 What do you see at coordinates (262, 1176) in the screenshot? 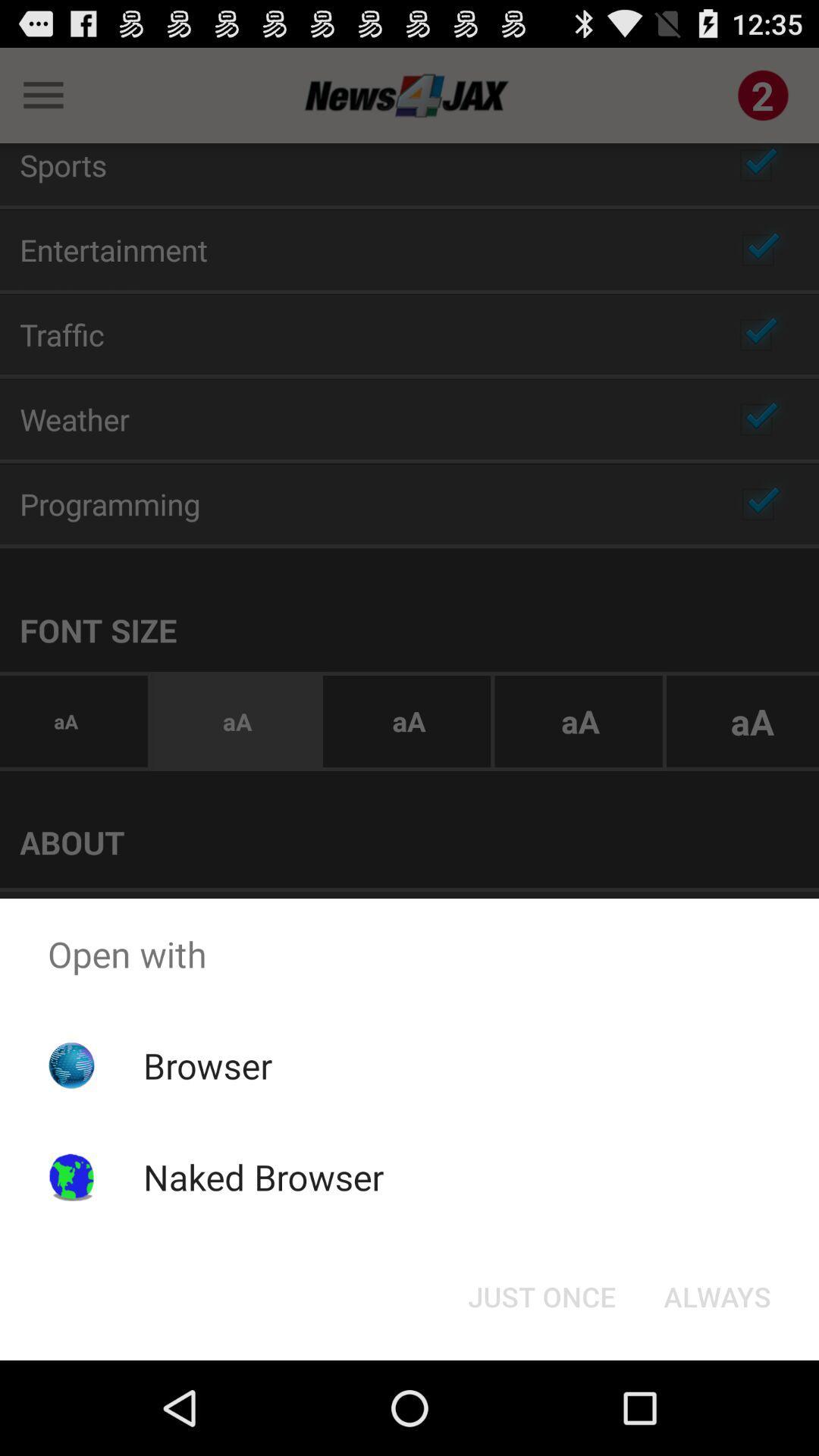
I see `naked browser icon` at bounding box center [262, 1176].